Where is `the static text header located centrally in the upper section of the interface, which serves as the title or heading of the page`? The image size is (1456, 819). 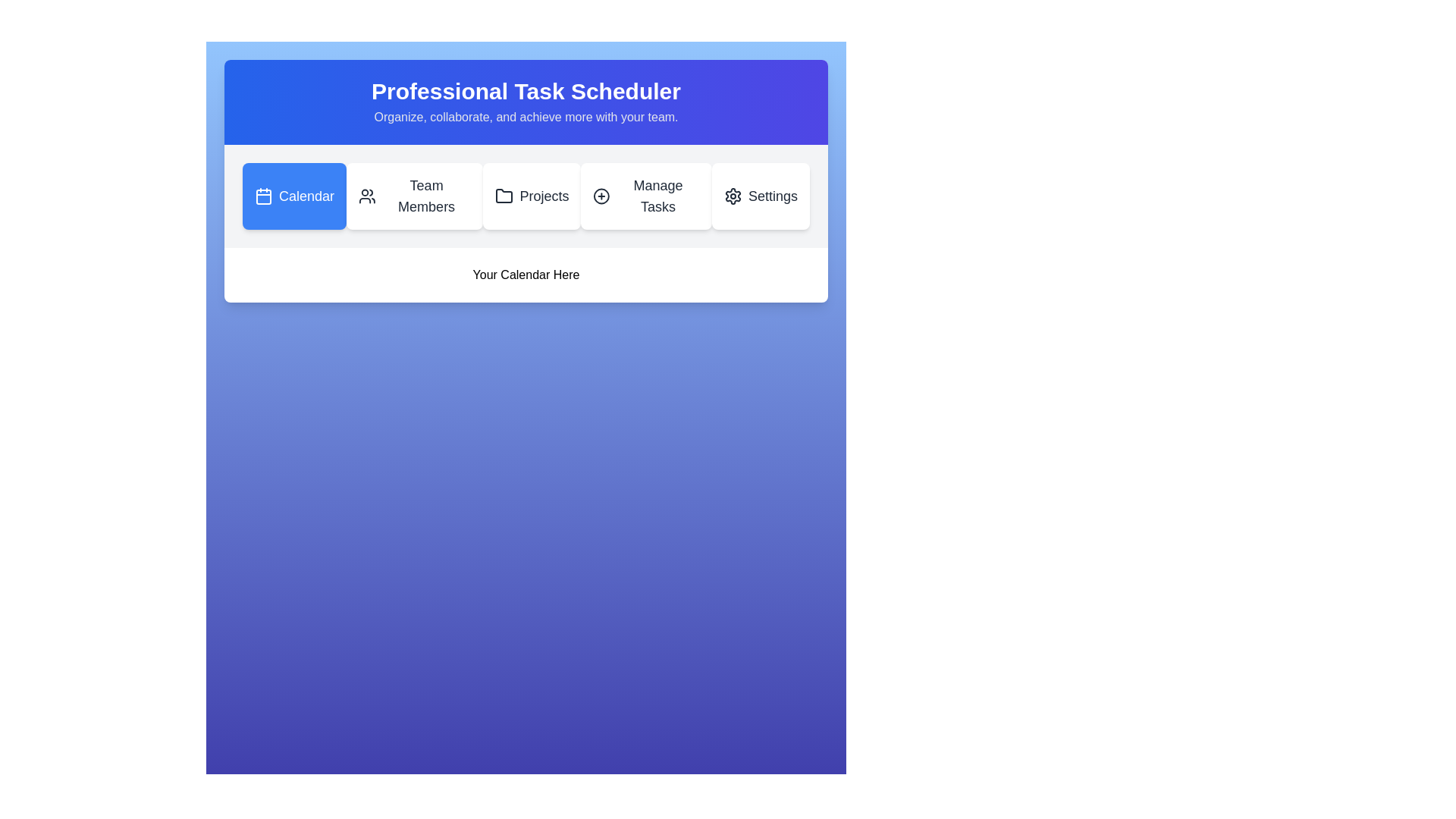
the static text header located centrally in the upper section of the interface, which serves as the title or heading of the page is located at coordinates (526, 91).